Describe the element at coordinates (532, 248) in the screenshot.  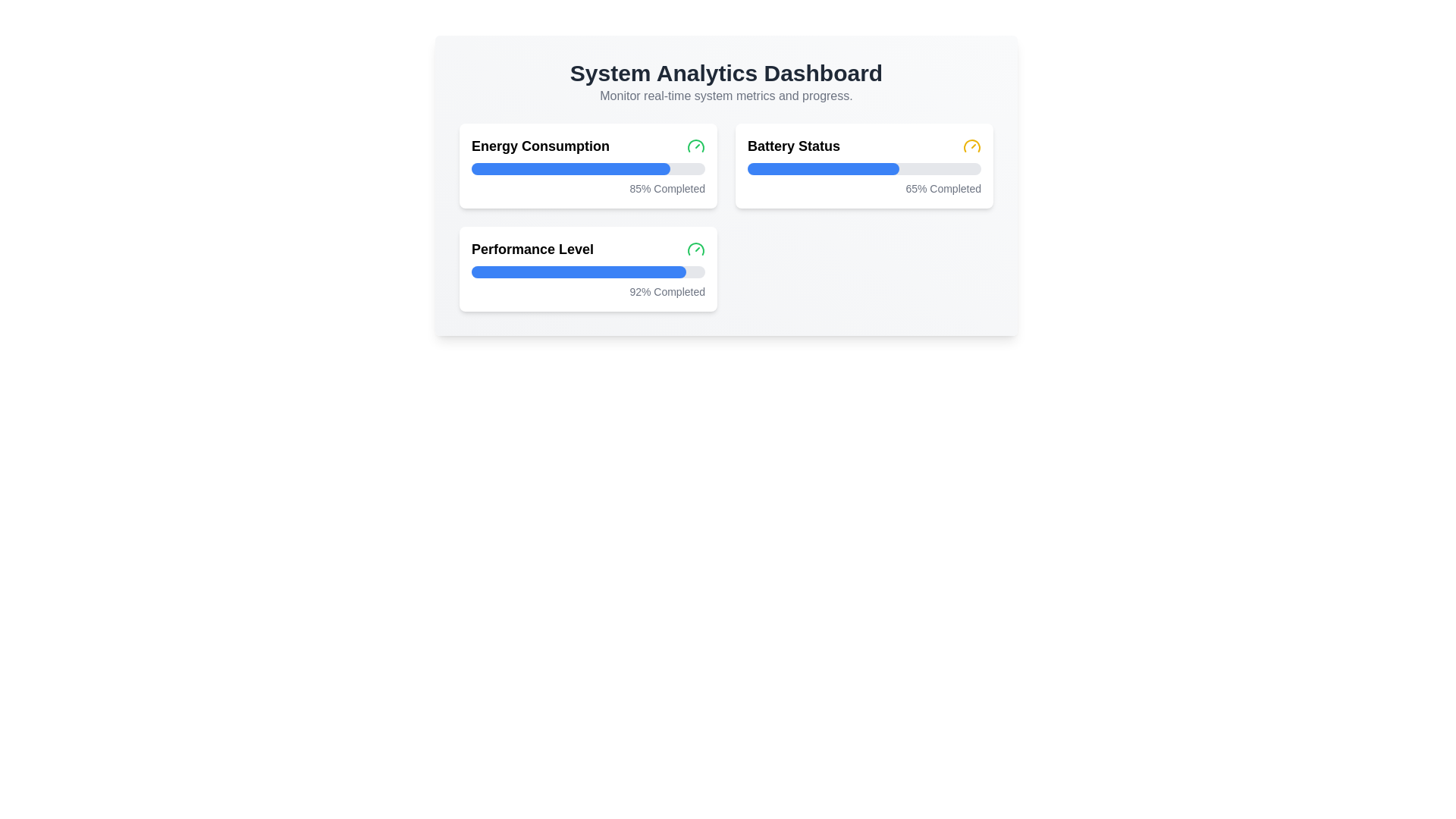
I see `the 'Performance Level' text label, which is a bold, prominent heading in a medium-large sans-serif font located in the bottom-left card of a grid layout` at that location.